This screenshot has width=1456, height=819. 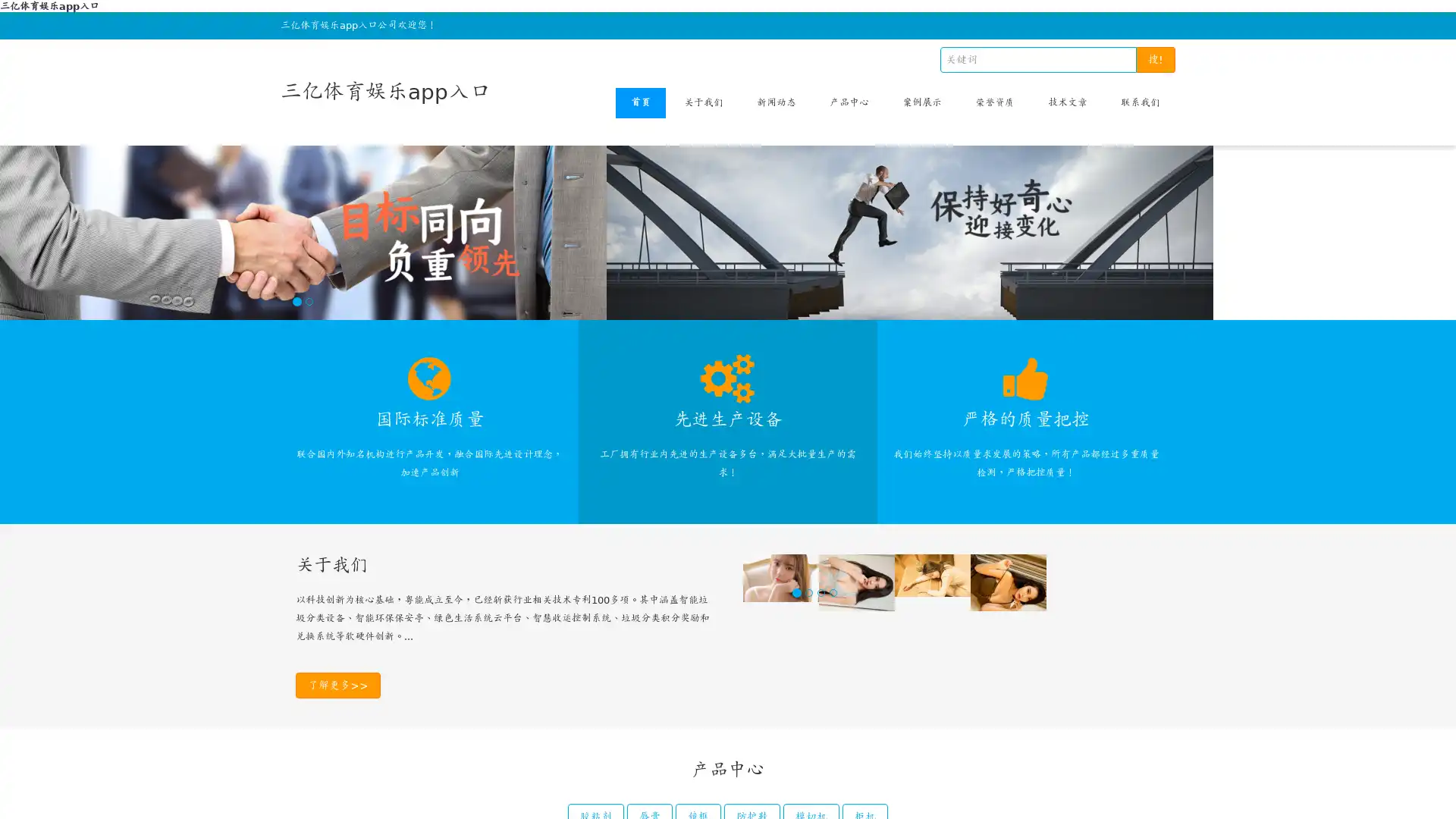 What do you see at coordinates (1155, 58) in the screenshot?
I see `!` at bounding box center [1155, 58].